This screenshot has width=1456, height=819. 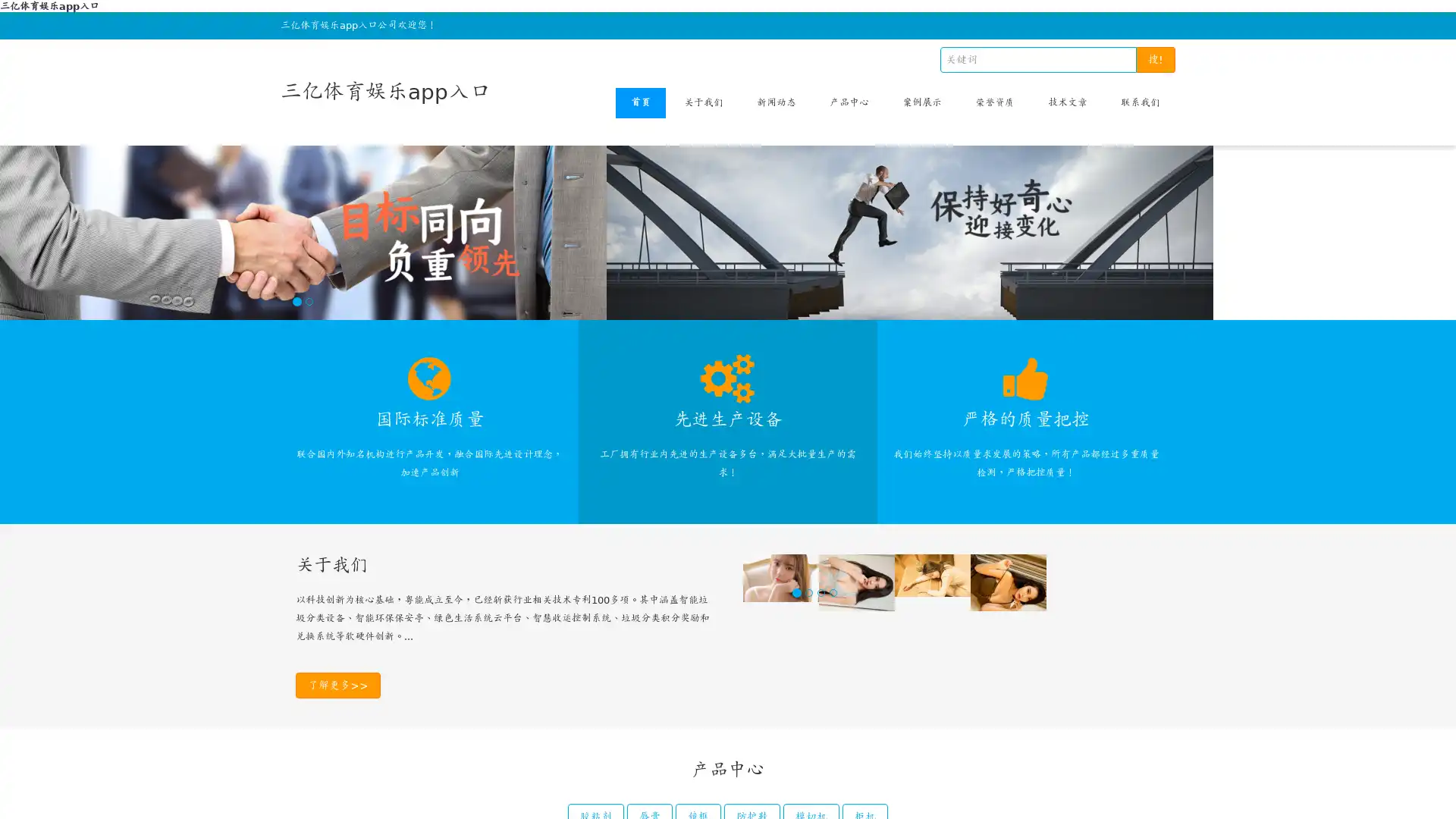 What do you see at coordinates (1155, 58) in the screenshot?
I see `!` at bounding box center [1155, 58].